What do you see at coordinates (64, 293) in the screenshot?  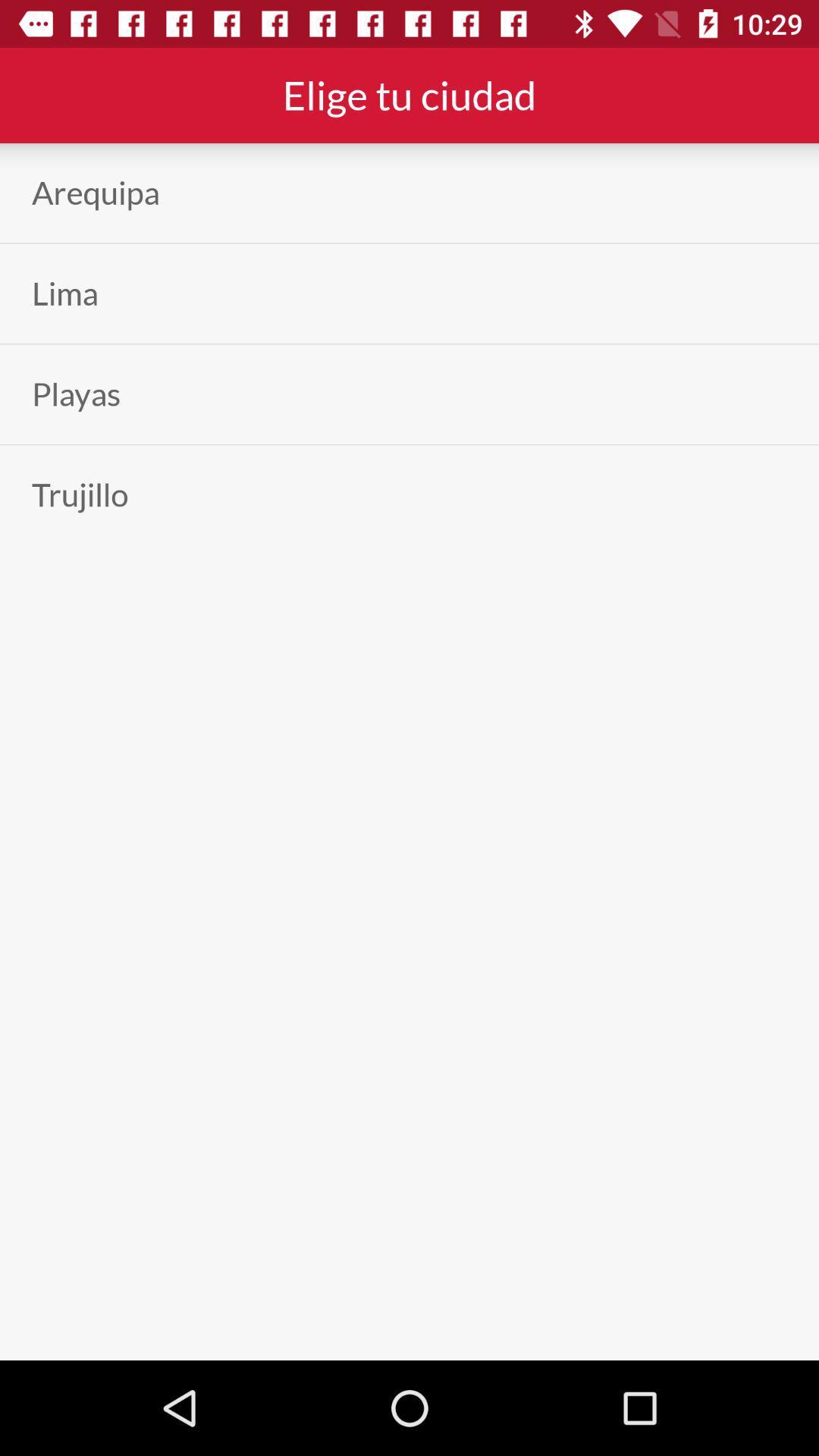 I see `the lima item` at bounding box center [64, 293].